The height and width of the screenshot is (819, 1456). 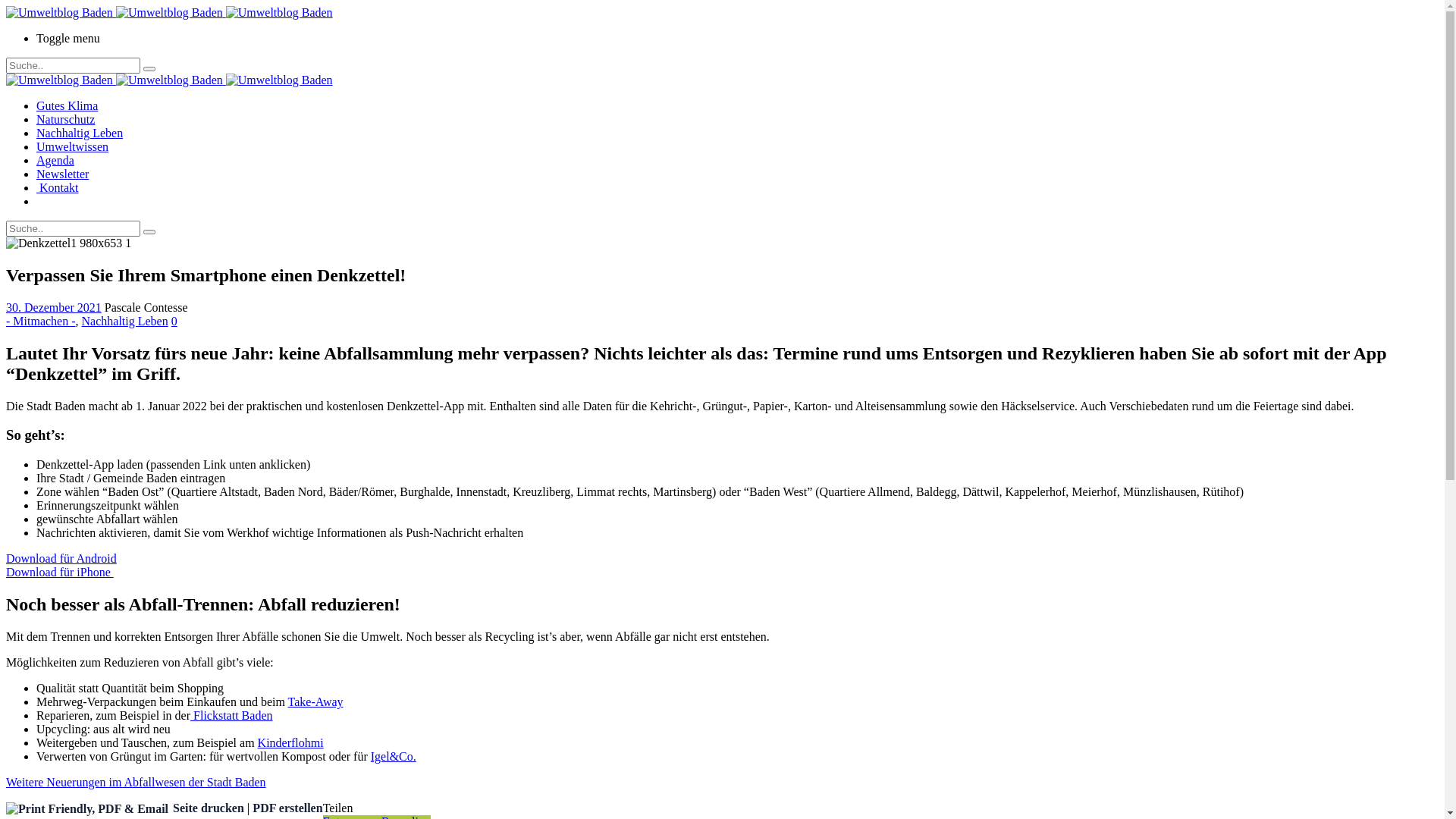 I want to click on '30. Dezember 2021', so click(x=54, y=307).